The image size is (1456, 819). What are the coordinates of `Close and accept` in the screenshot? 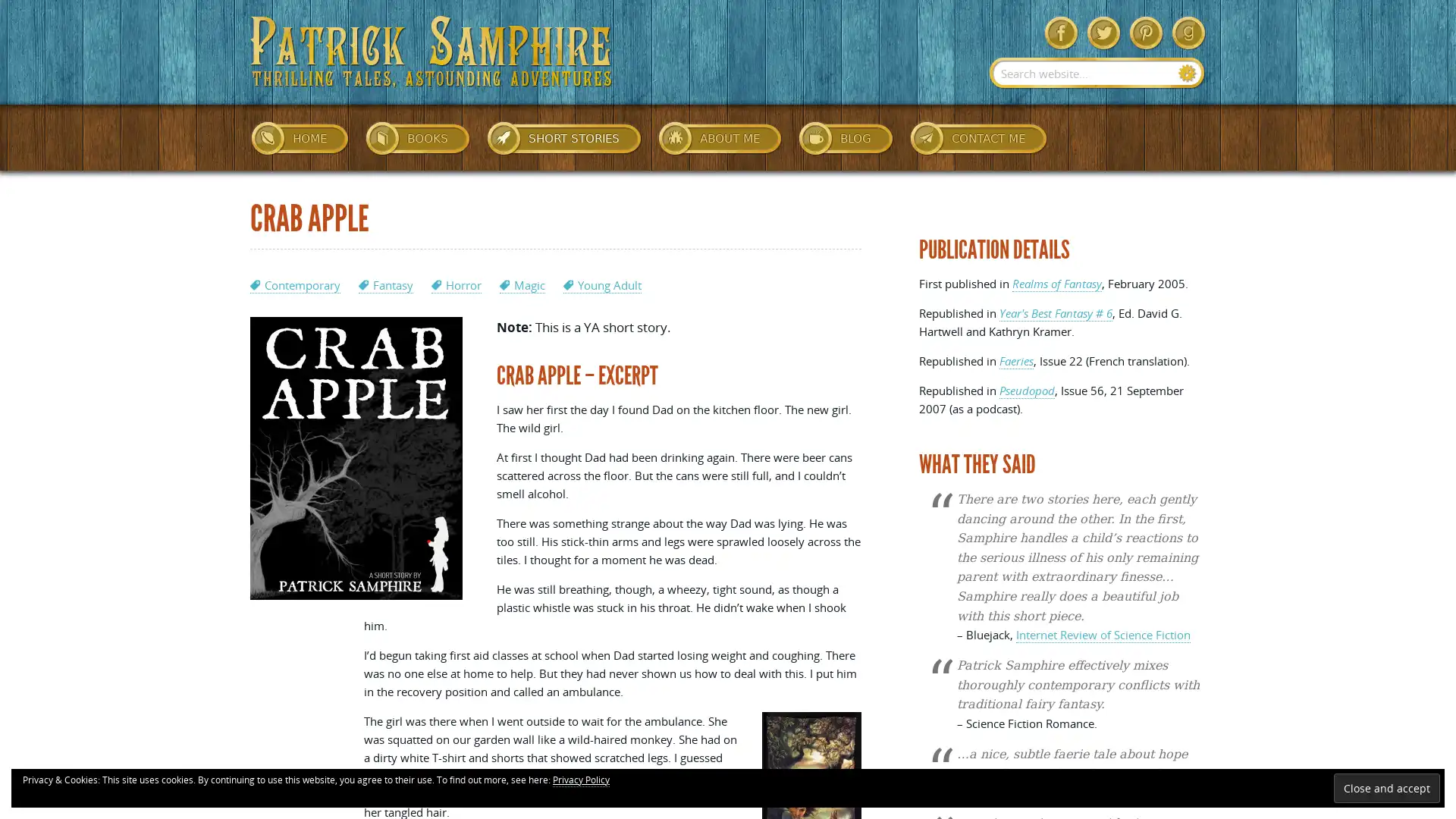 It's located at (1386, 787).